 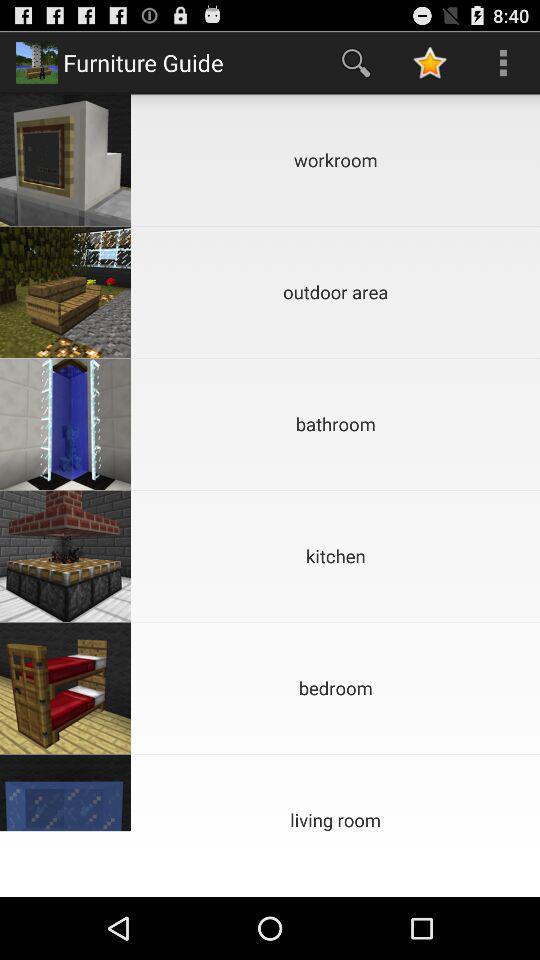 I want to click on app above workroom, so click(x=355, y=62).